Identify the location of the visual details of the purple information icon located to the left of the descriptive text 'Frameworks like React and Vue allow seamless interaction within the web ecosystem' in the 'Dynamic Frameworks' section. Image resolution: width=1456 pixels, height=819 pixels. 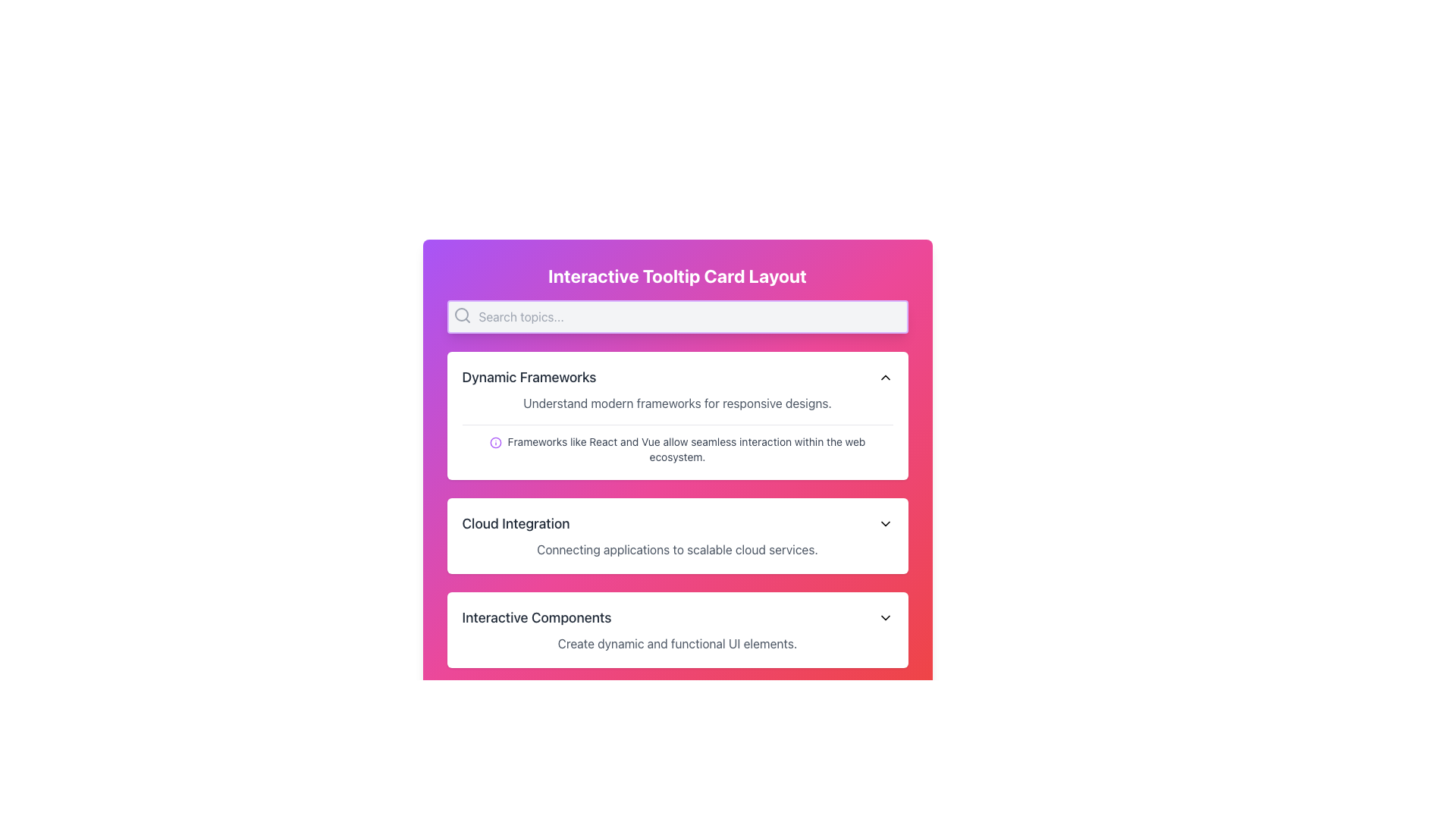
(495, 443).